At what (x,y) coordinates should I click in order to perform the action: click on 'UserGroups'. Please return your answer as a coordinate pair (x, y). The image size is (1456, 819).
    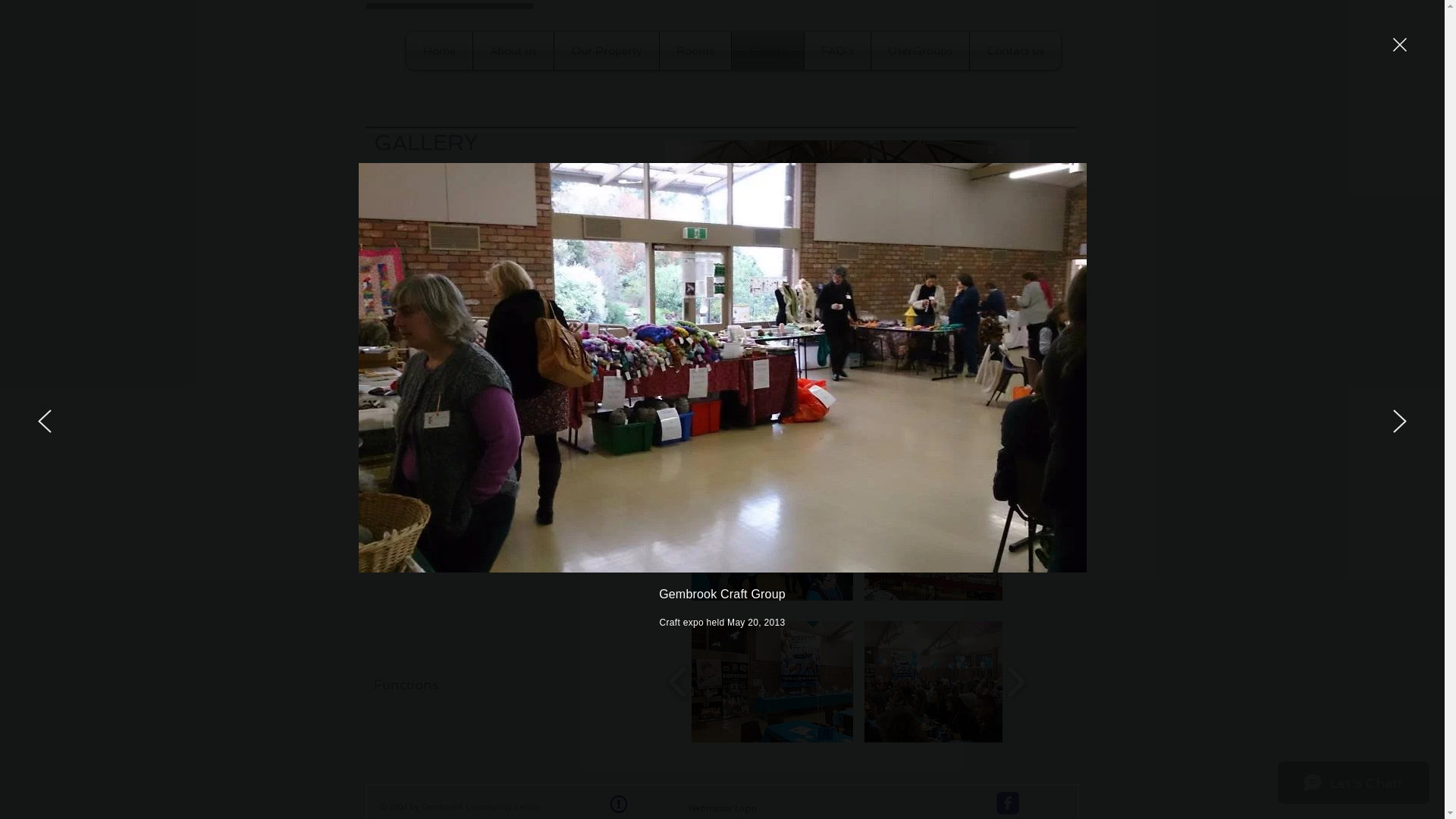
    Looking at the image, I should click on (918, 49).